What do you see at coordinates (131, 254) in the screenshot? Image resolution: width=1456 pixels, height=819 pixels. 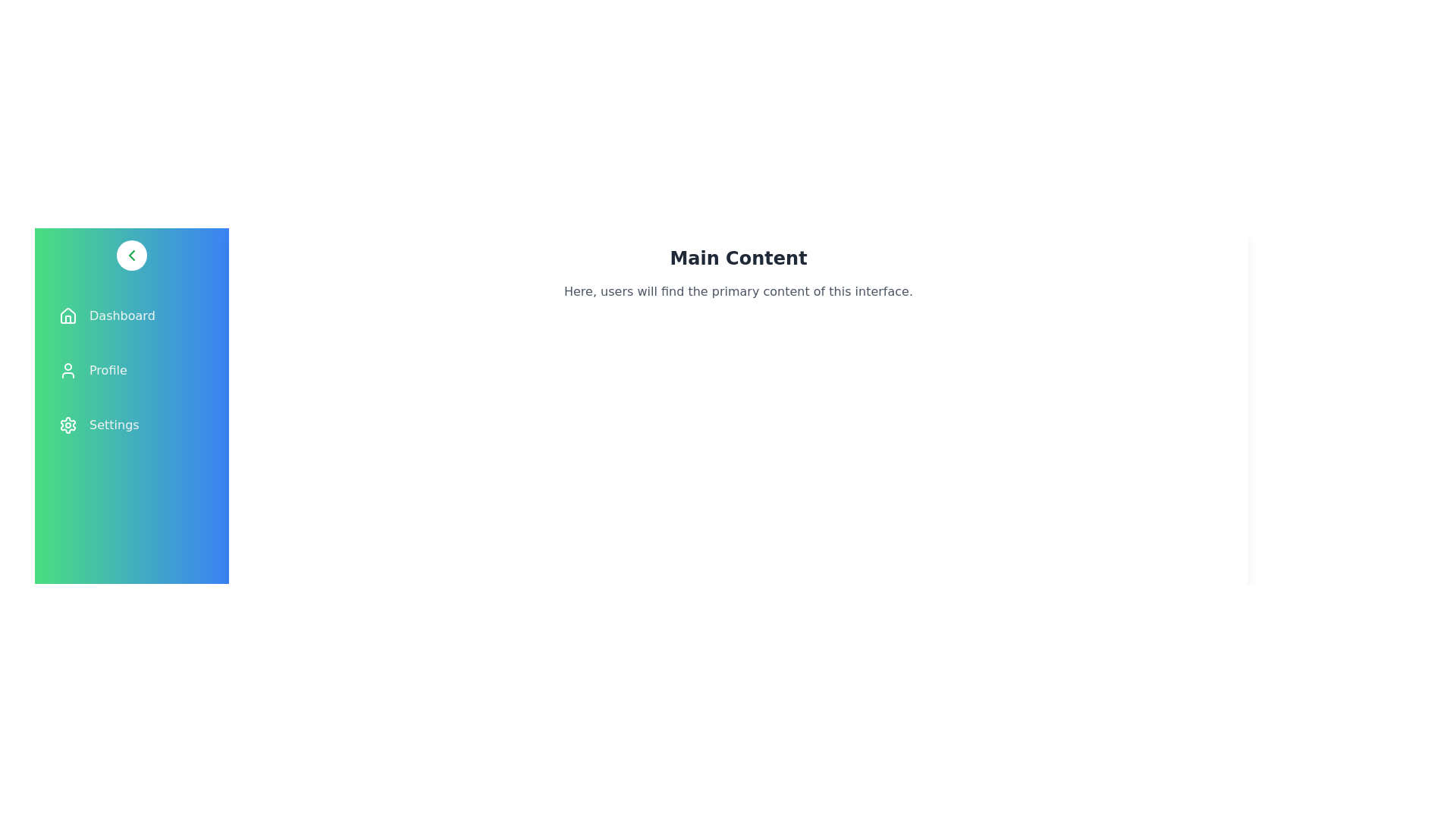 I see `toggle button to open or close the drawer` at bounding box center [131, 254].